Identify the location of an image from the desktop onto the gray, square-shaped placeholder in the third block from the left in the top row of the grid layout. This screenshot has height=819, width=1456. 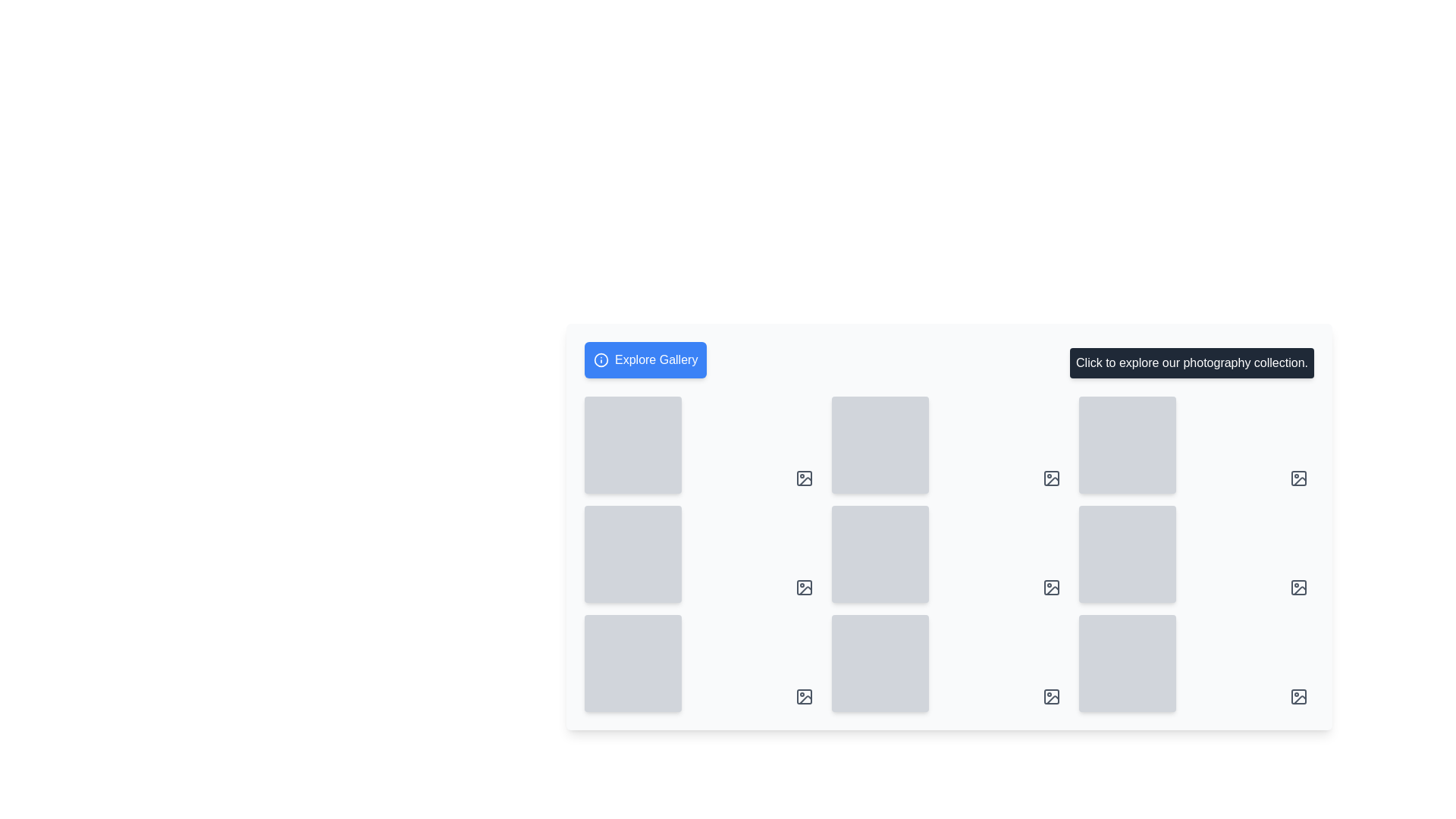
(1196, 444).